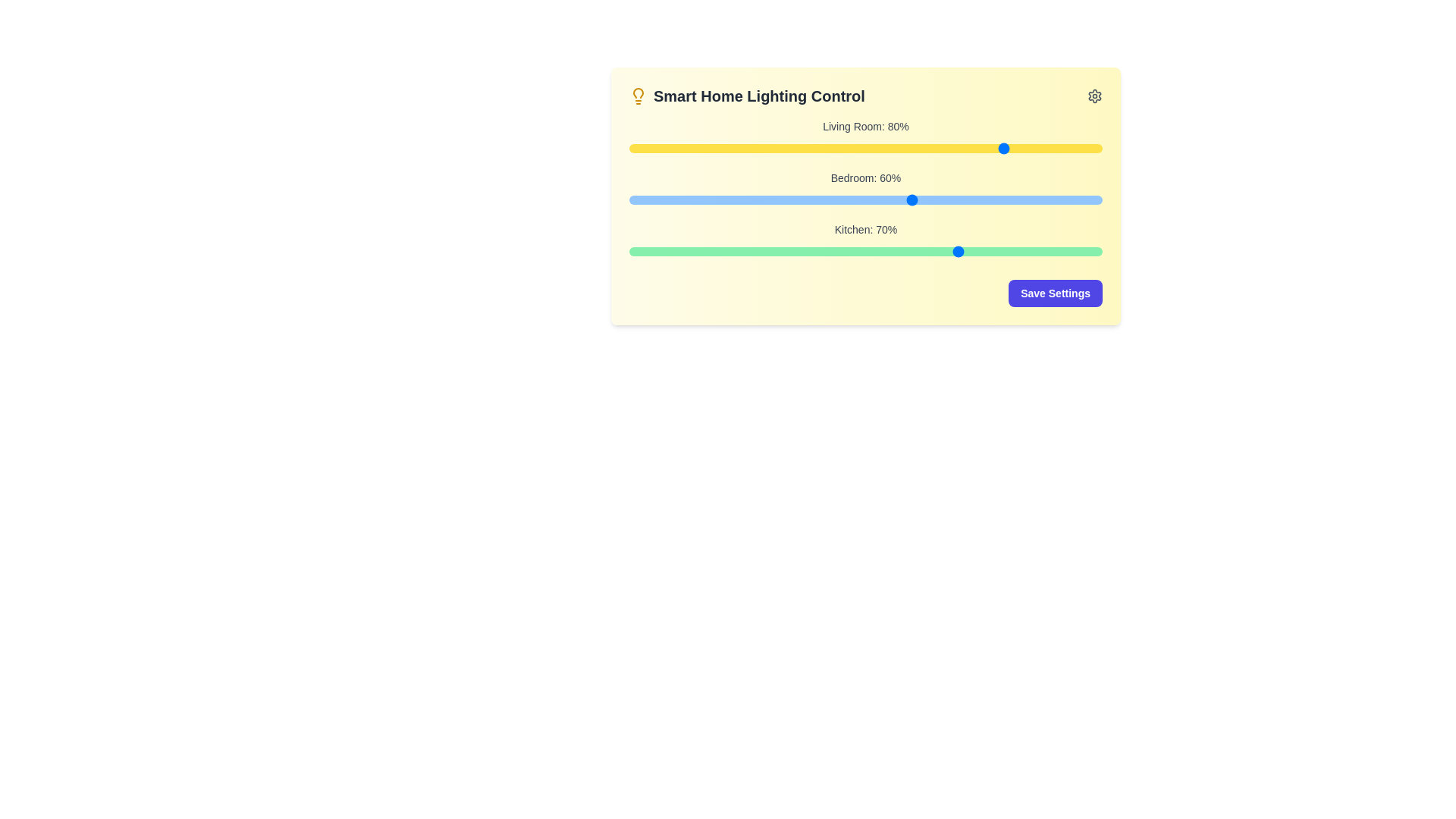  What do you see at coordinates (638, 93) in the screenshot?
I see `the smart home lighting icon located in the top-left corner of the 'Smart Home Lighting Control' box` at bounding box center [638, 93].